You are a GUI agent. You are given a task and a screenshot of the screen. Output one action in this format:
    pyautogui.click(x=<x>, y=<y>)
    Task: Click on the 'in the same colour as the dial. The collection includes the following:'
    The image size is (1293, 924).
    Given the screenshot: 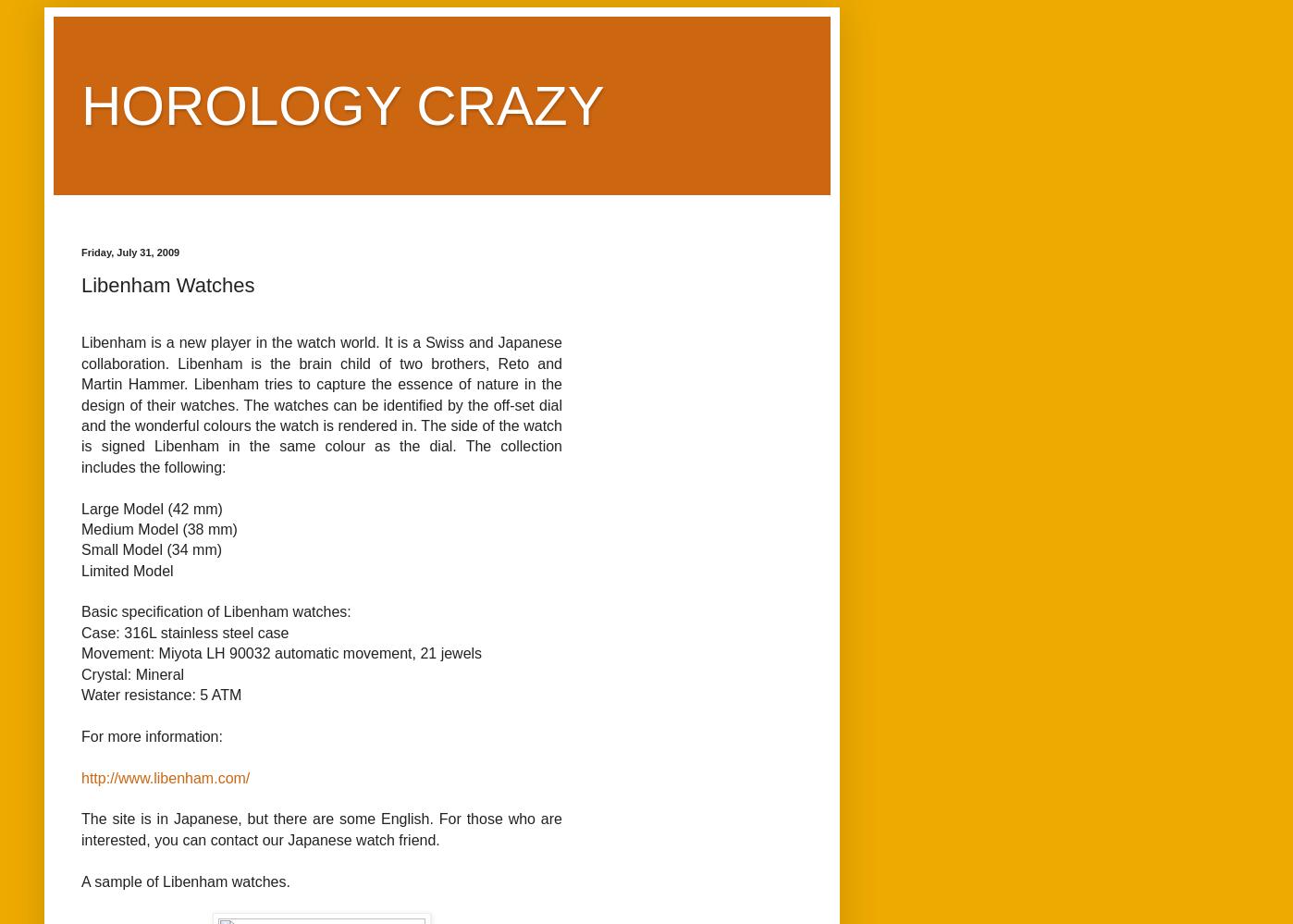 What is the action you would take?
    pyautogui.click(x=321, y=456)
    